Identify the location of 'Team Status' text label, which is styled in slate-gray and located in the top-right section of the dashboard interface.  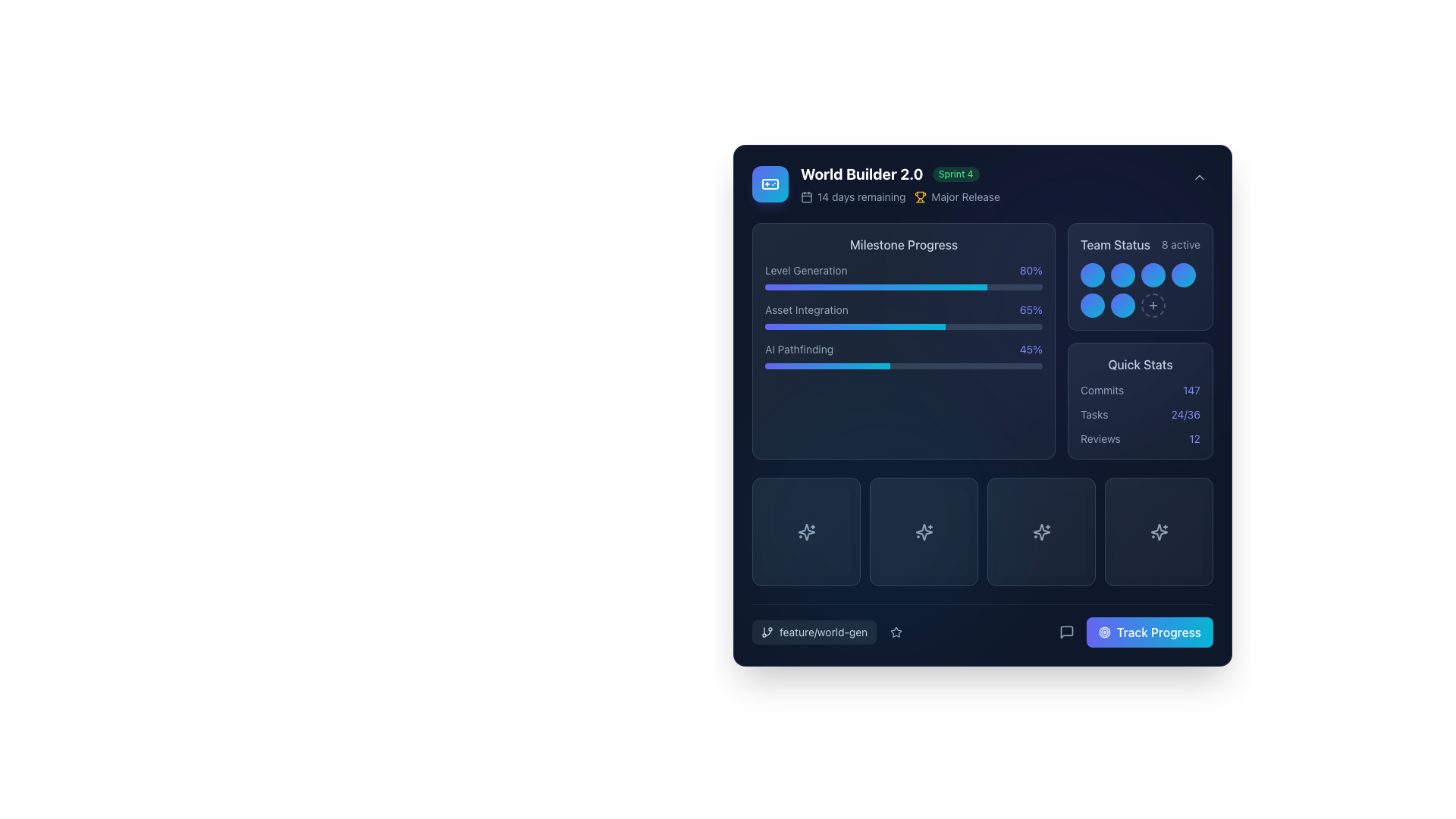
(1116, 244).